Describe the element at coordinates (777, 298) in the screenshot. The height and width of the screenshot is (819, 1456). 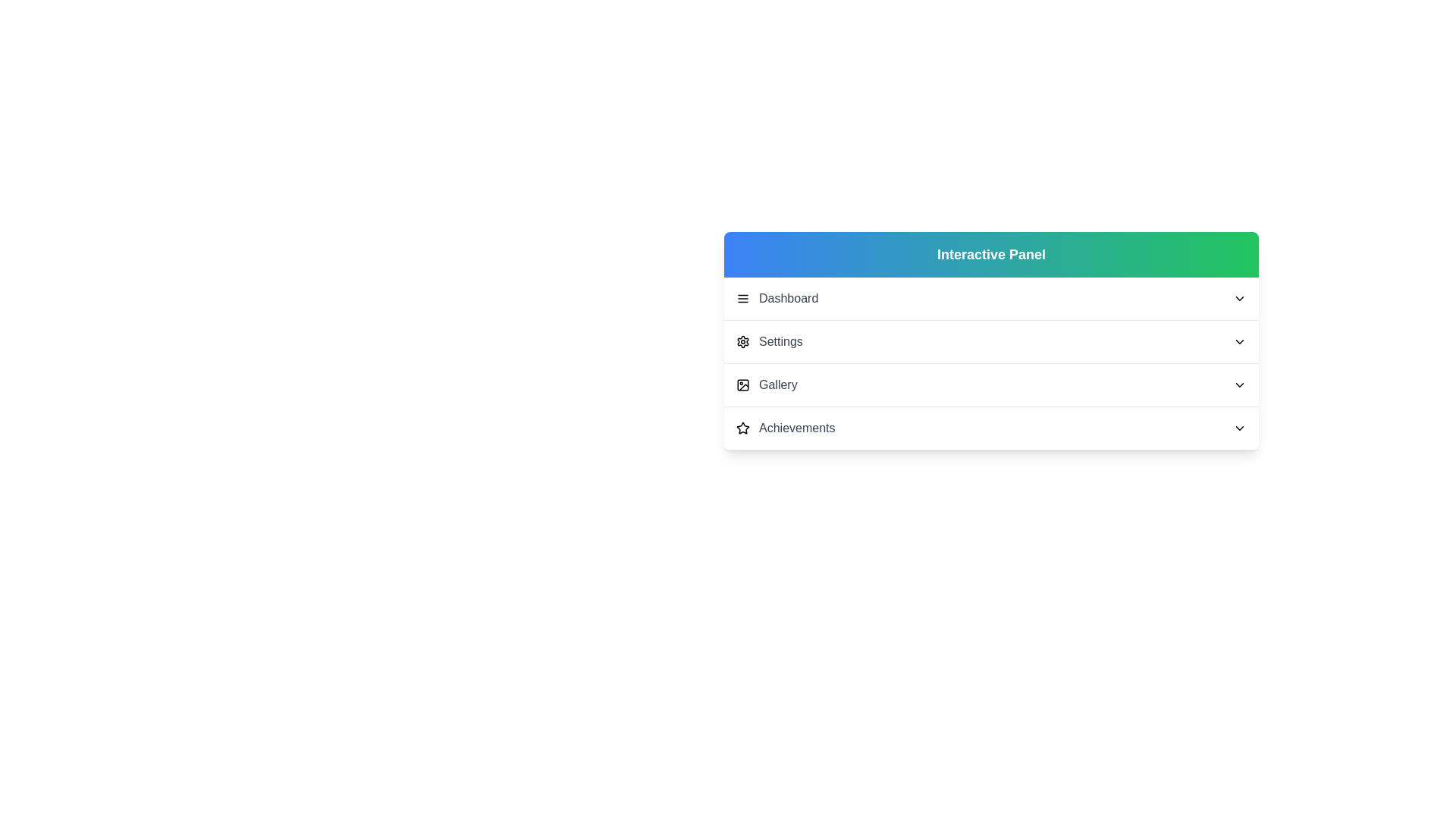
I see `the first menu item in the 'Interactive Panel' navigation list` at that location.